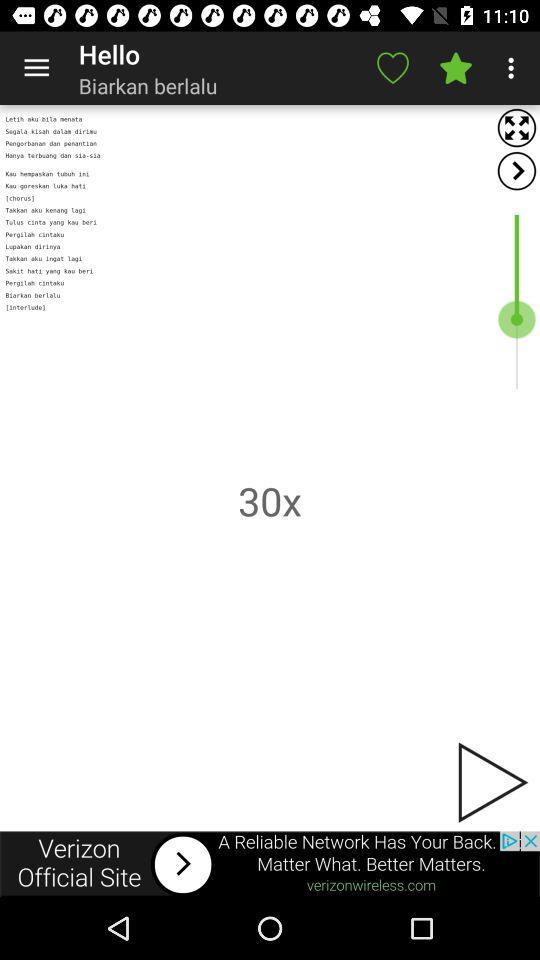  What do you see at coordinates (490, 782) in the screenshot?
I see `next page` at bounding box center [490, 782].